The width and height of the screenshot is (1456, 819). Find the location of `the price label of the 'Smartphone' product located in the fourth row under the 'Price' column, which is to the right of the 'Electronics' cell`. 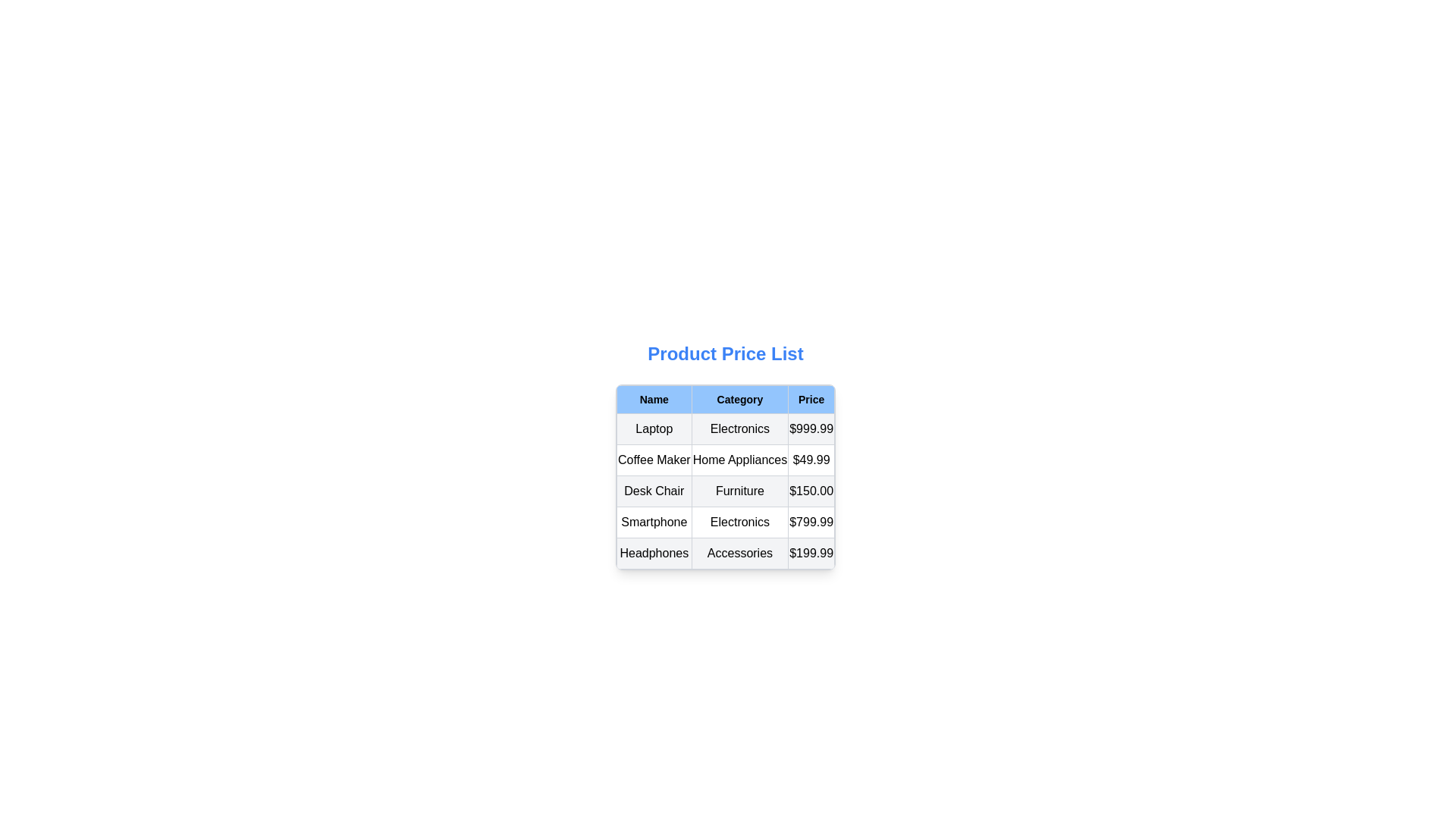

the price label of the 'Smartphone' product located in the fourth row under the 'Price' column, which is to the right of the 'Electronics' cell is located at coordinates (811, 522).